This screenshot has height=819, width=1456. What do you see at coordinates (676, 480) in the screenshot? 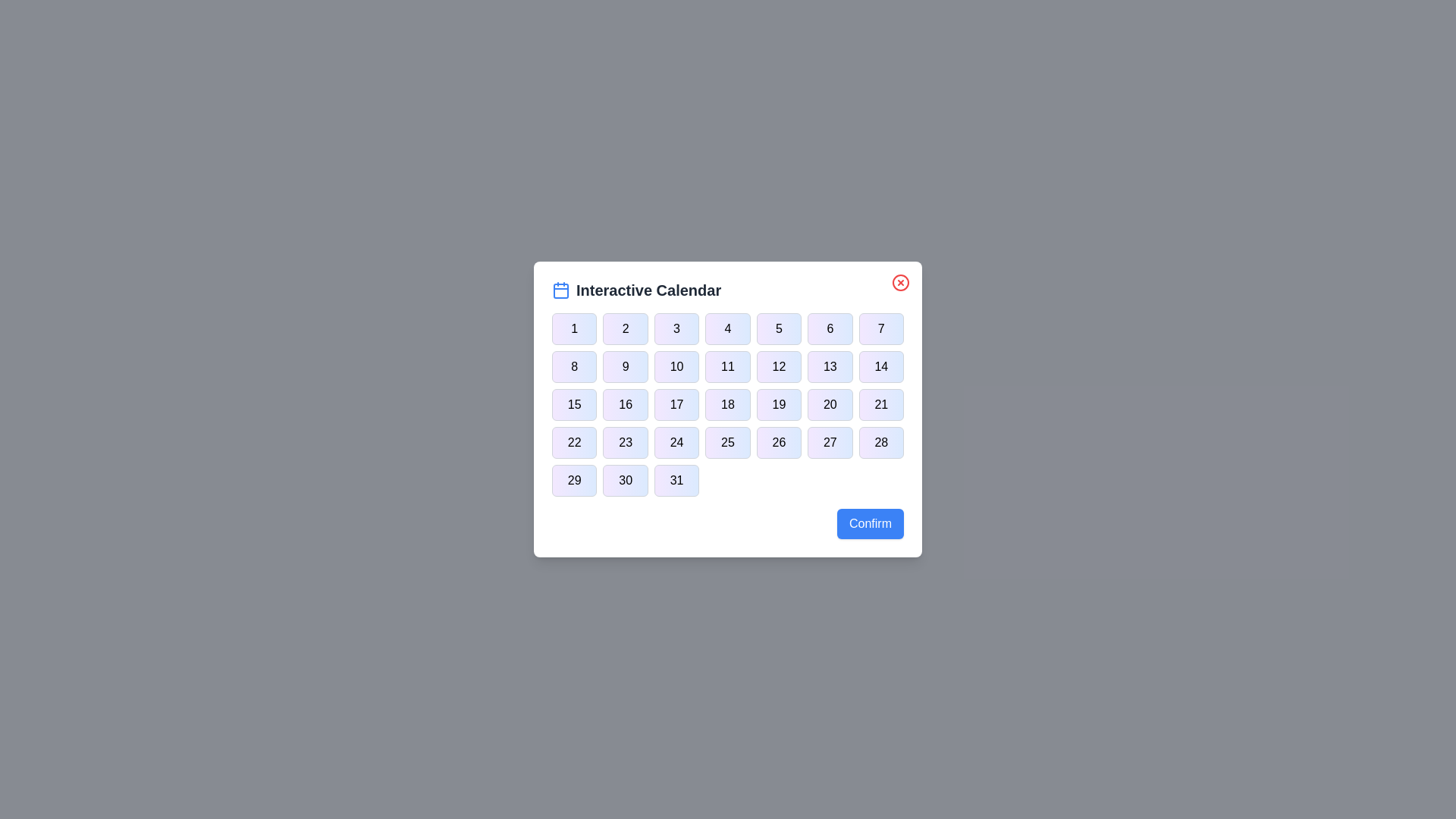
I see `the button corresponding to day 31 in the calendar` at bounding box center [676, 480].